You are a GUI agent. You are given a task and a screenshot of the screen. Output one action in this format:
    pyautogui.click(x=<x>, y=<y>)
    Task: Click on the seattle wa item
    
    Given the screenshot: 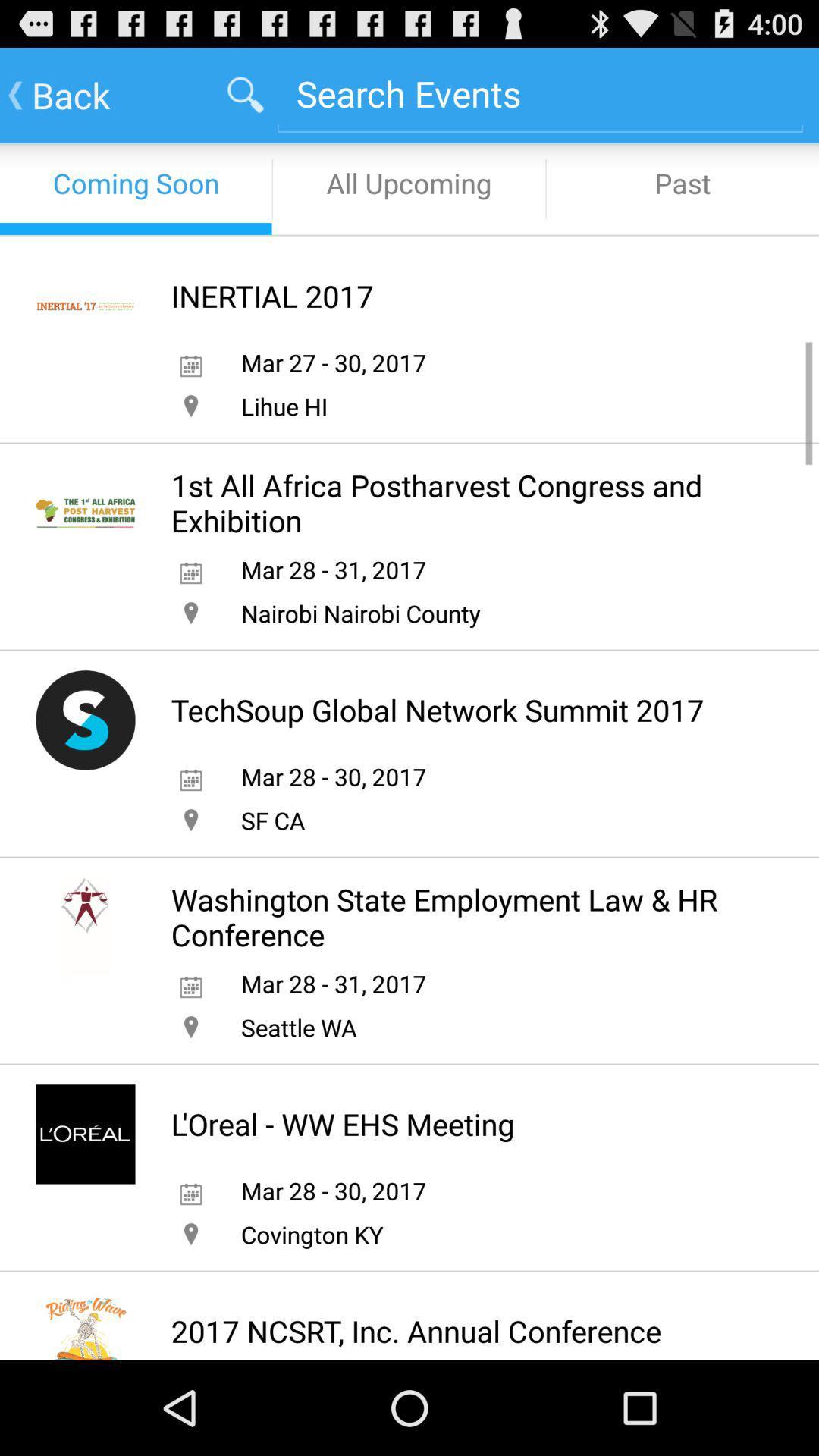 What is the action you would take?
    pyautogui.click(x=299, y=1027)
    